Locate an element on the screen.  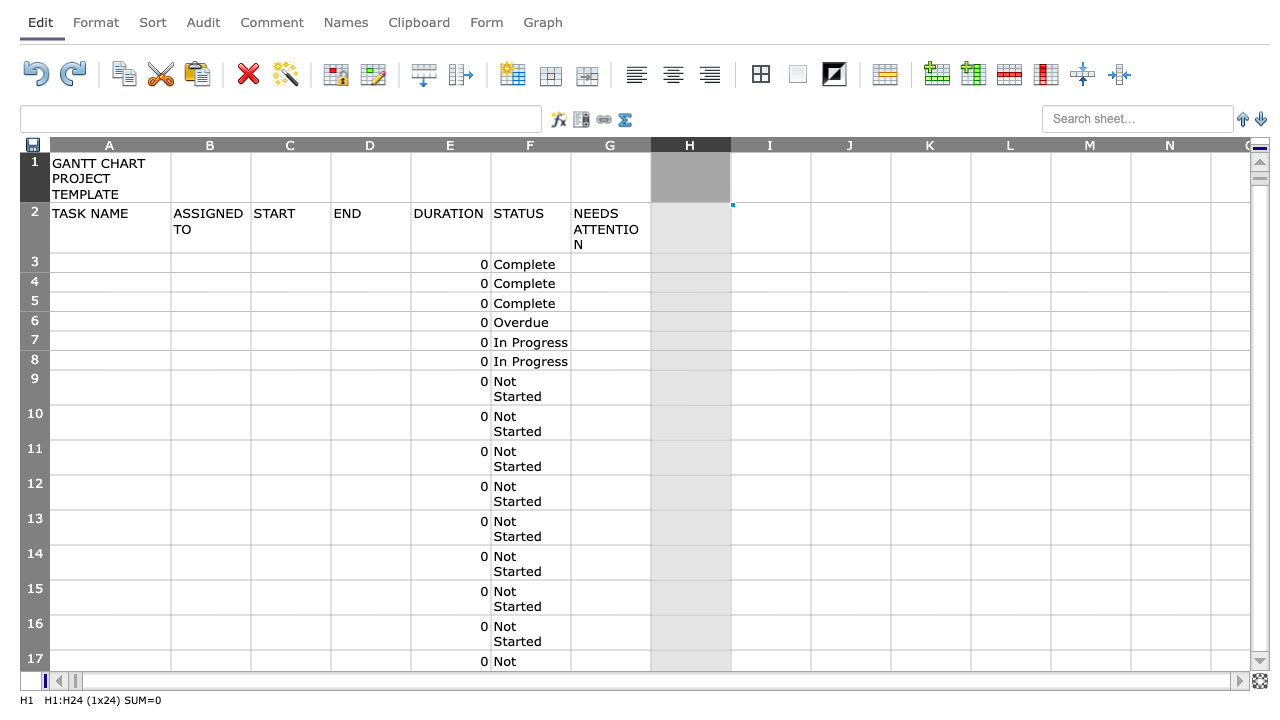
column J's width resize handle is located at coordinates (890, 143).